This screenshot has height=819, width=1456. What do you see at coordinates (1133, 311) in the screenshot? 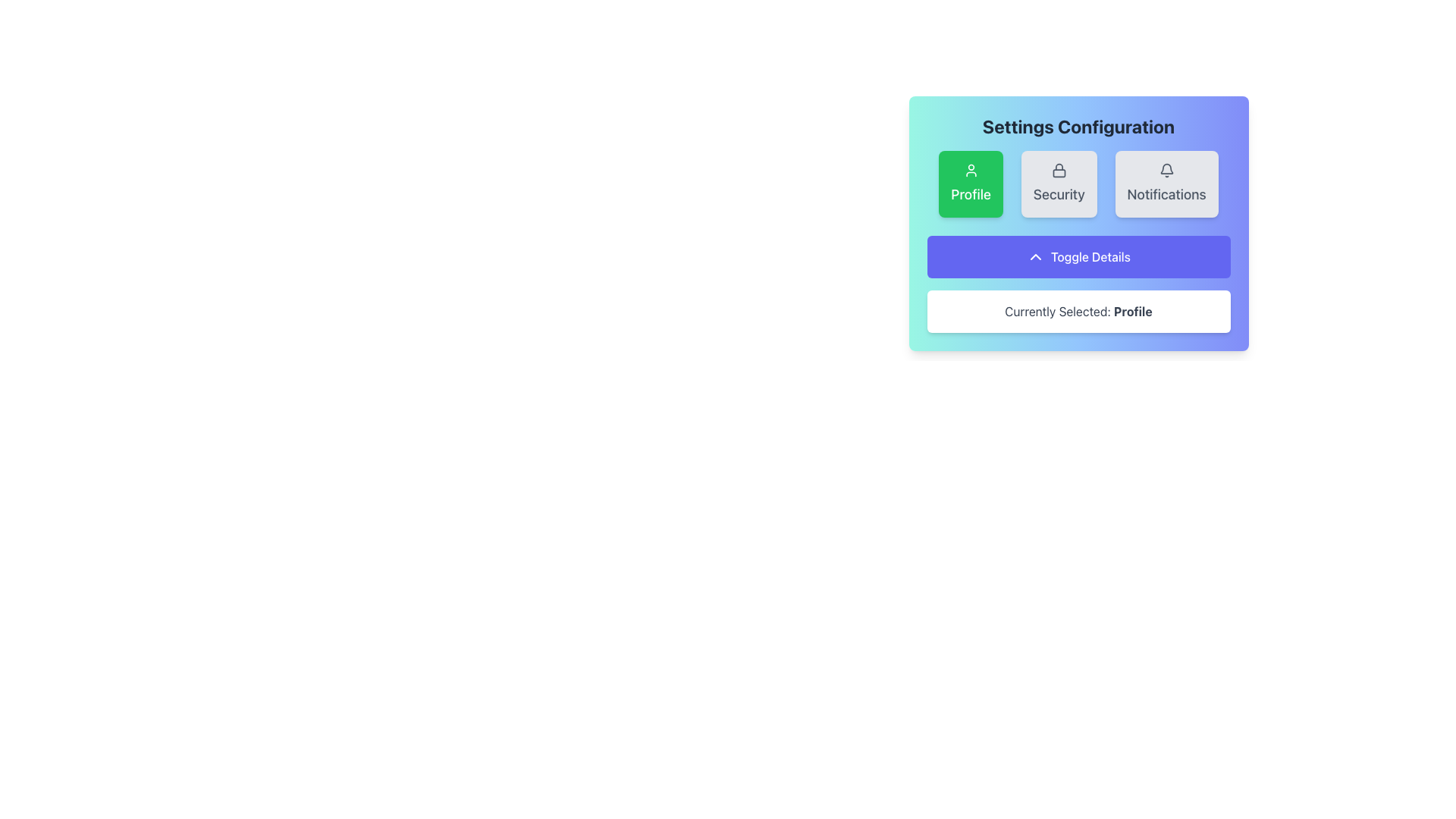
I see `the static text label 'Profile' which is styled in dark gray and located within a white background area, immediately after the phrase 'Currently Selected:' and below the blue button labeled 'Toggle Details'` at bounding box center [1133, 311].